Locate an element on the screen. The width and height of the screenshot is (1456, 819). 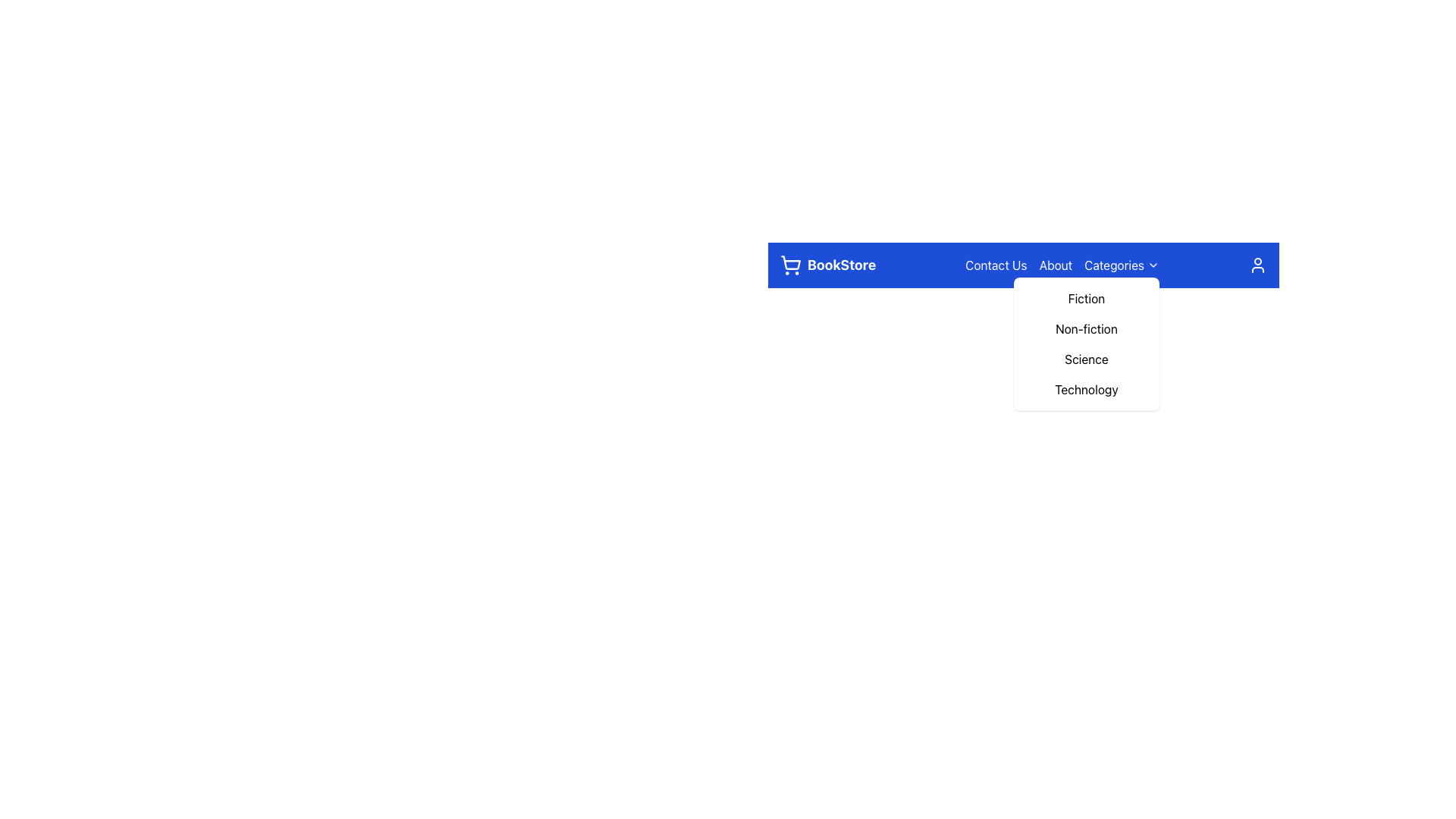
the 'Fiction' category text label in the dropdown menu is located at coordinates (1085, 298).